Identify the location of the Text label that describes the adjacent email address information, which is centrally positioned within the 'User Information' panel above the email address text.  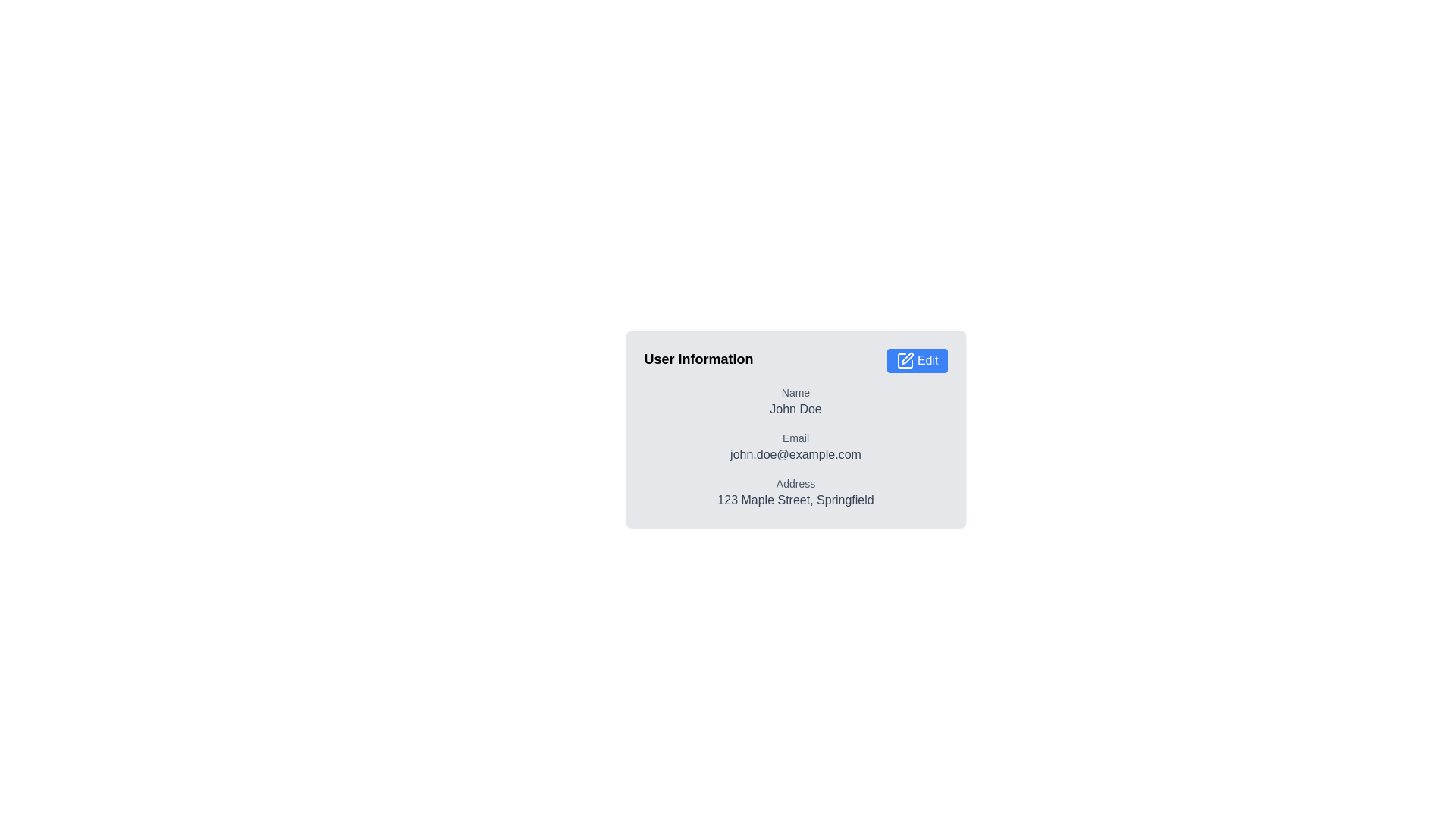
(795, 438).